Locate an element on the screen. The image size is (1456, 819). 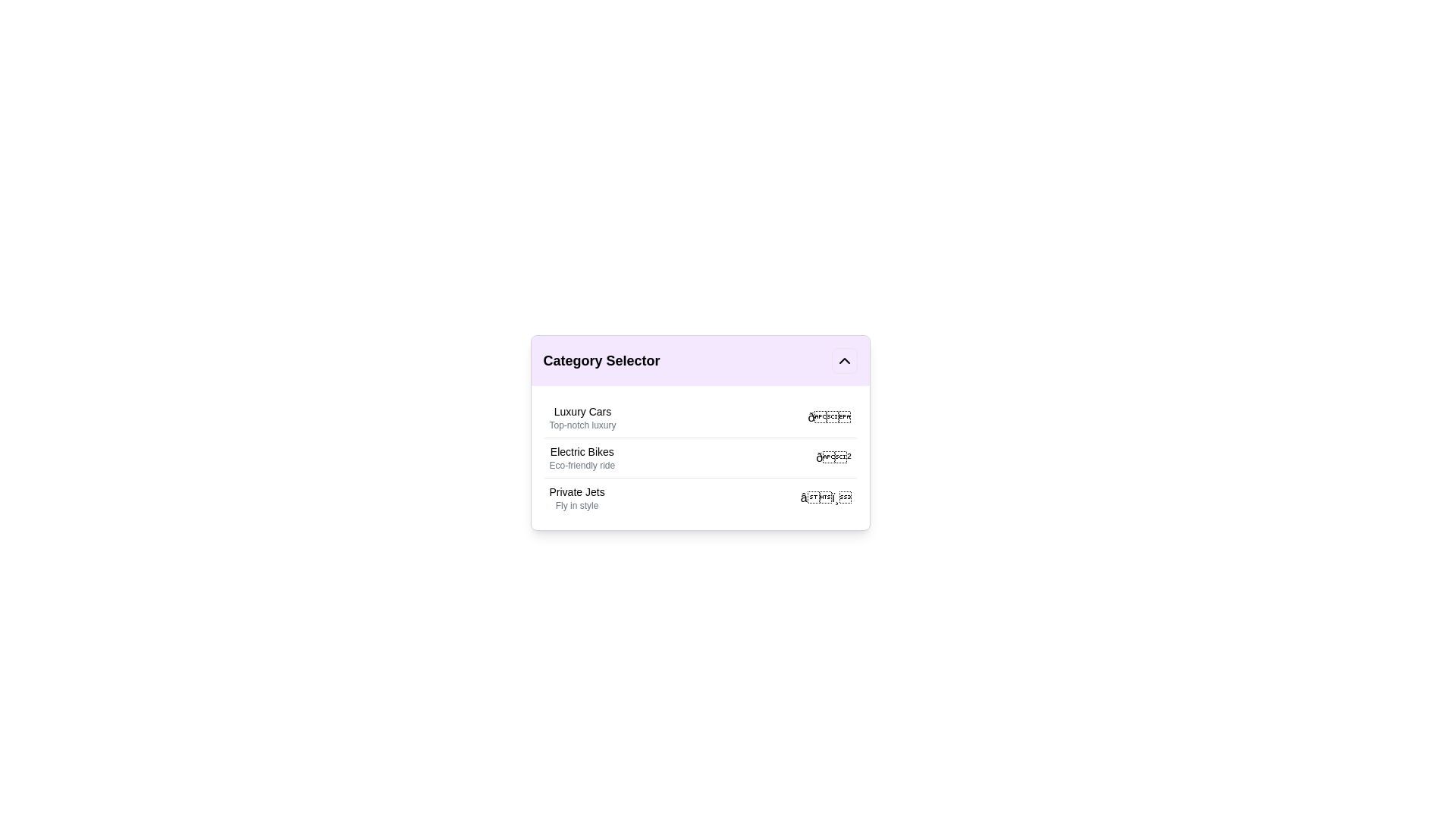
the chevron icon with an upward-pointing arrowhead shape located at the top-right corner of the header in the 'Category Selector' popup card for keyboard navigation is located at coordinates (843, 360).